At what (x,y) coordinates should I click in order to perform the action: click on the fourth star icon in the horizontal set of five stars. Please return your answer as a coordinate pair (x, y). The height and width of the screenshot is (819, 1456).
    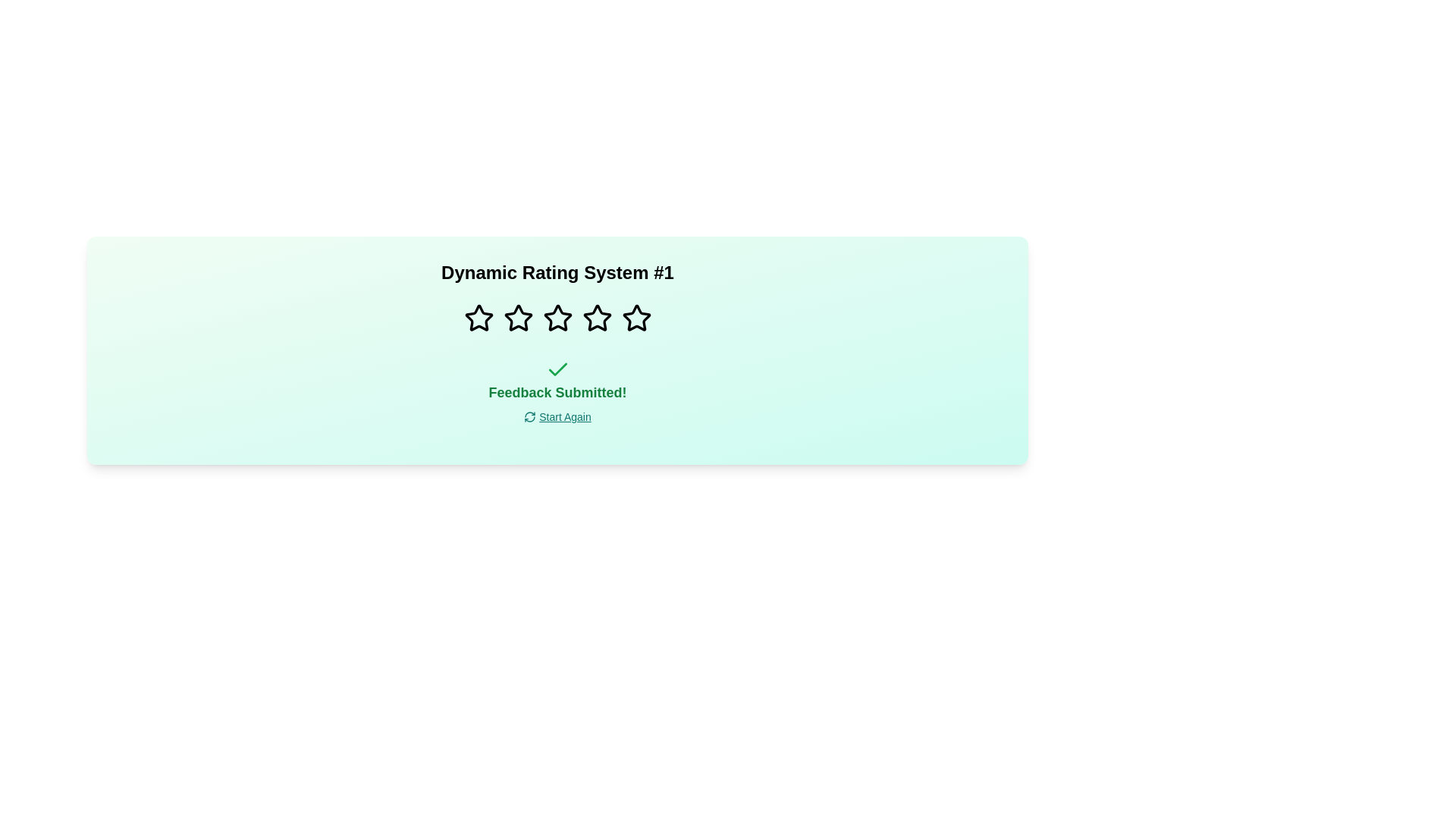
    Looking at the image, I should click on (596, 318).